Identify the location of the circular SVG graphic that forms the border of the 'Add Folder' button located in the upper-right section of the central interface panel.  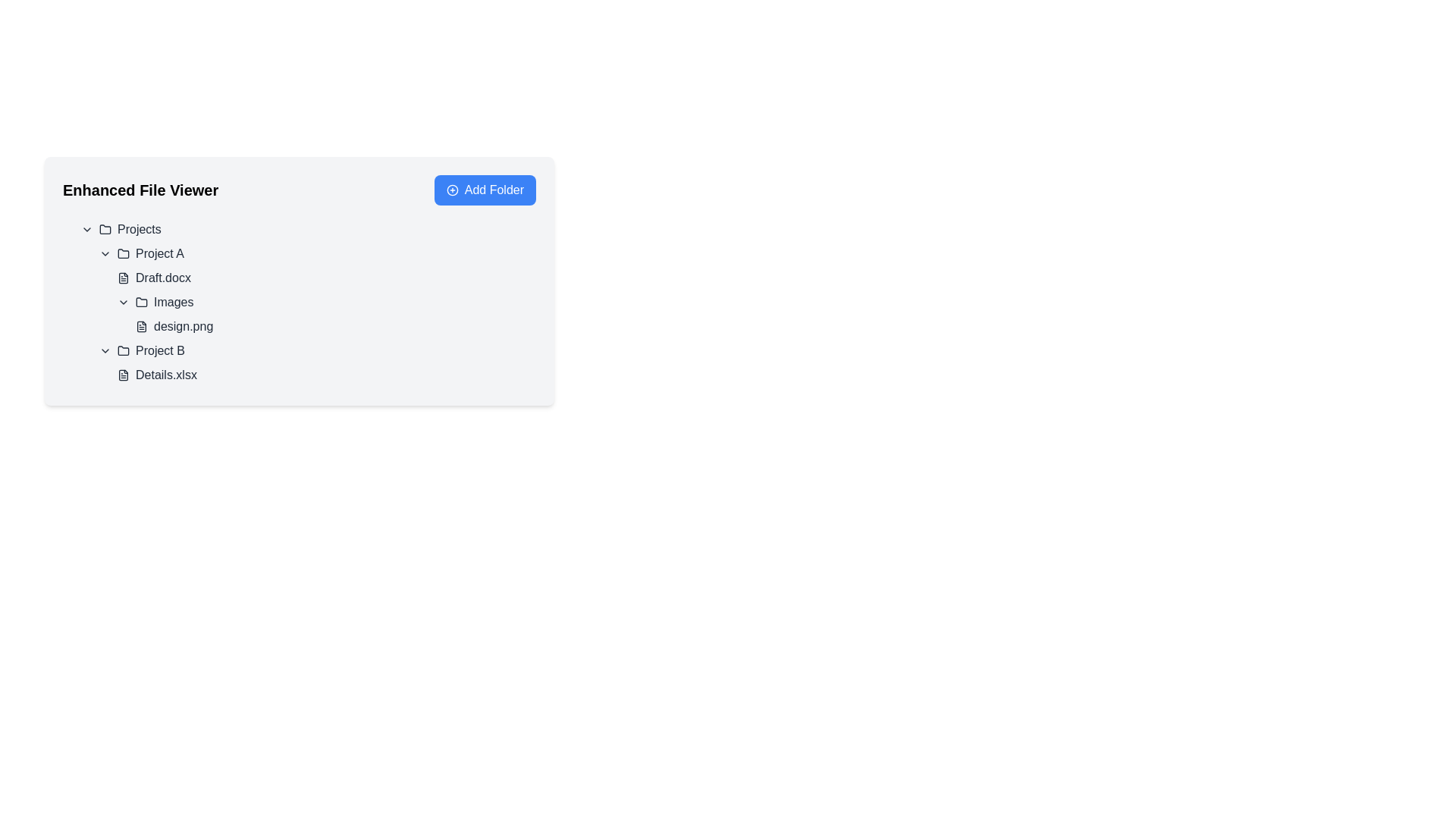
(451, 189).